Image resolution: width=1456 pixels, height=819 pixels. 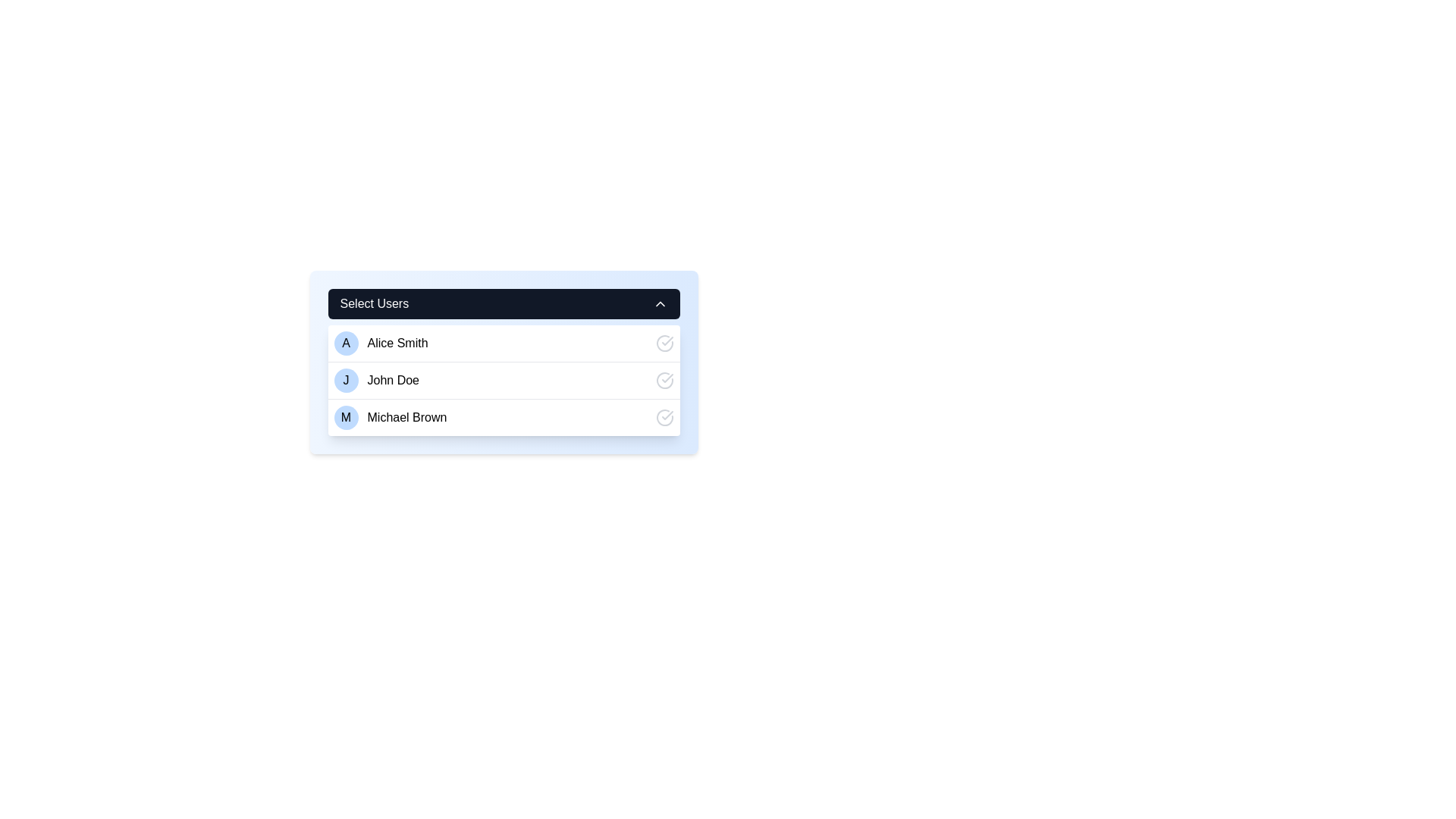 What do you see at coordinates (664, 343) in the screenshot?
I see `the Checkmark icon, which is a circular icon with a checkmark design located to the far right of the row associated with 'Alice Smith'` at bounding box center [664, 343].